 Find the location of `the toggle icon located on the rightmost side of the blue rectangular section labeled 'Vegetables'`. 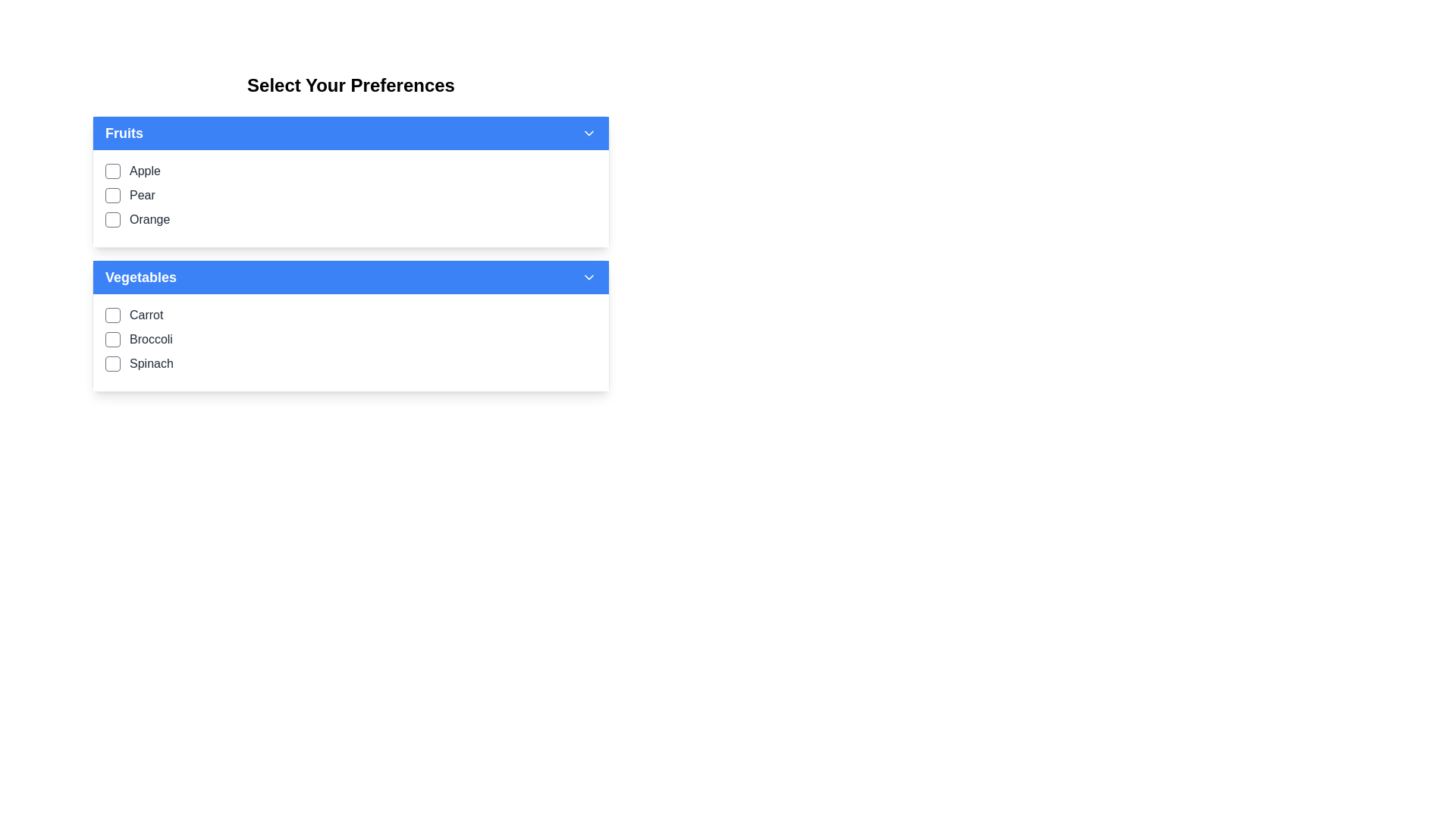

the toggle icon located on the rightmost side of the blue rectangular section labeled 'Vegetables' is located at coordinates (588, 278).